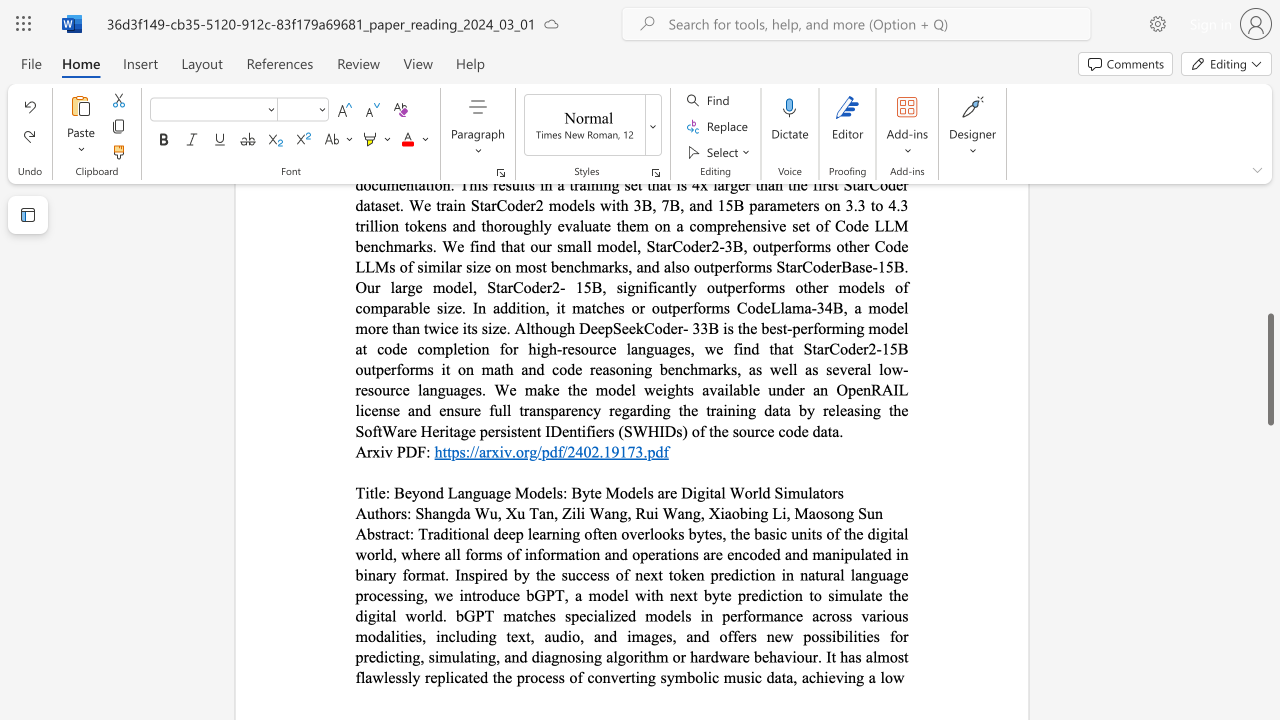 The height and width of the screenshot is (720, 1280). Describe the element at coordinates (529, 451) in the screenshot. I see `the subset text "g/pdf/2402.19173." within the text "https://arxiv.org/pdf/2402.19173.pdf"` at that location.